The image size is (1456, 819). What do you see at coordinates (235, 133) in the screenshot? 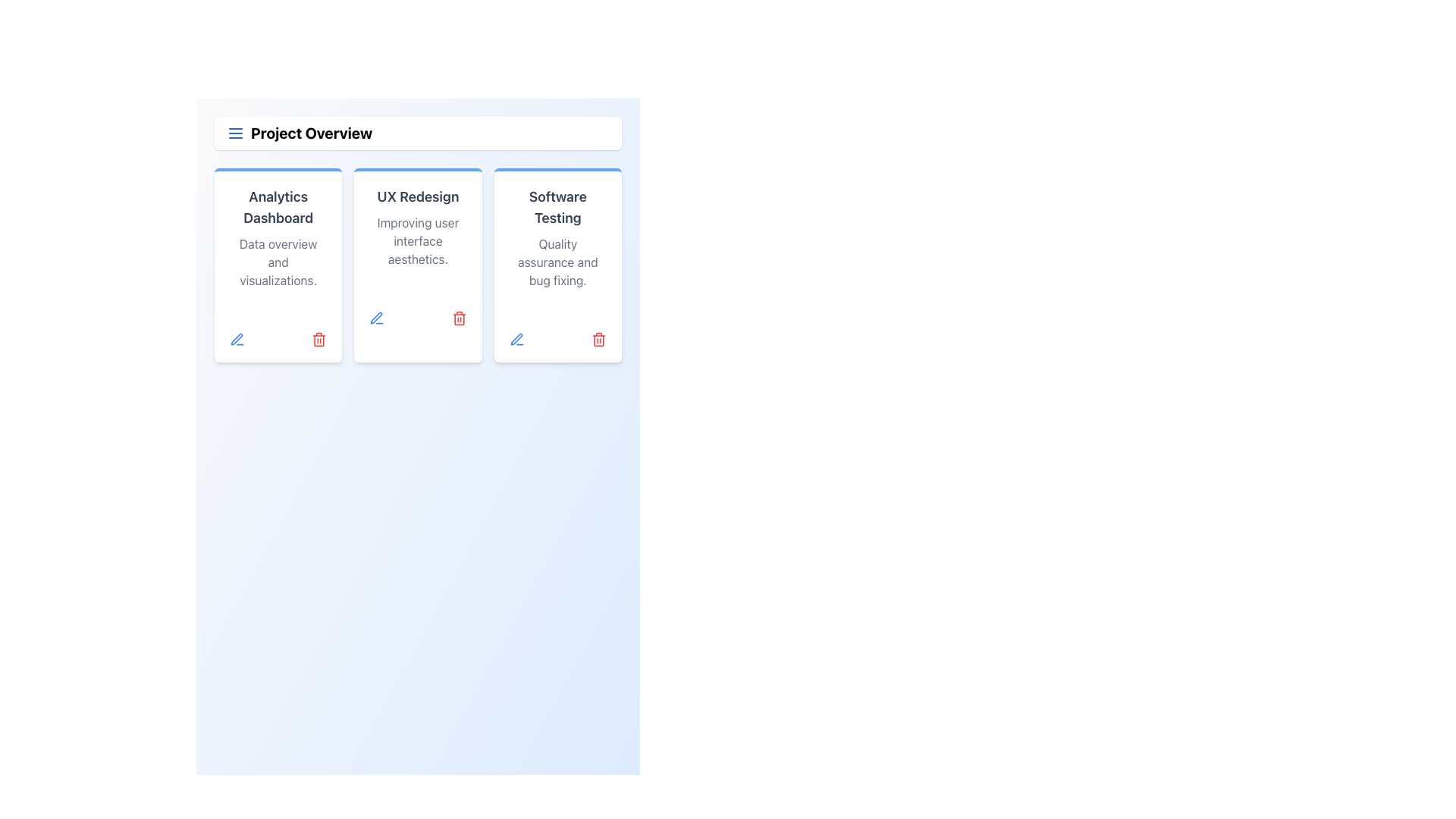
I see `the hamburger menu icon, which is a compact icon composed of three navy blue horizontally aligned lines, located to the left of the 'Project Overview' text in the header` at bounding box center [235, 133].